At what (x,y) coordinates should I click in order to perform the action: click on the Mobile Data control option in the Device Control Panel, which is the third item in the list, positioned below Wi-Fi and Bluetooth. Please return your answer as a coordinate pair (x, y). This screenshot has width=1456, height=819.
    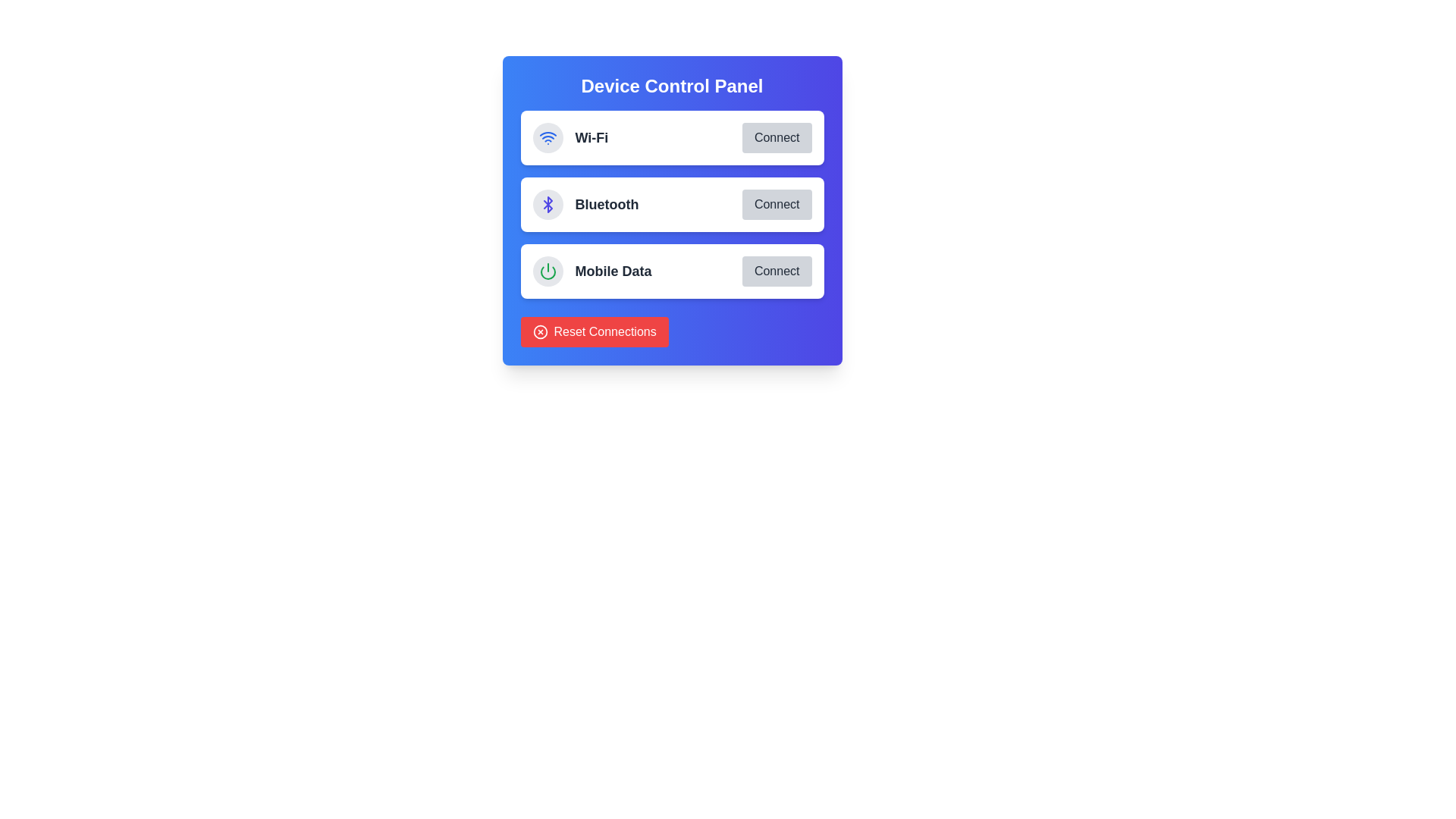
    Looking at the image, I should click on (671, 271).